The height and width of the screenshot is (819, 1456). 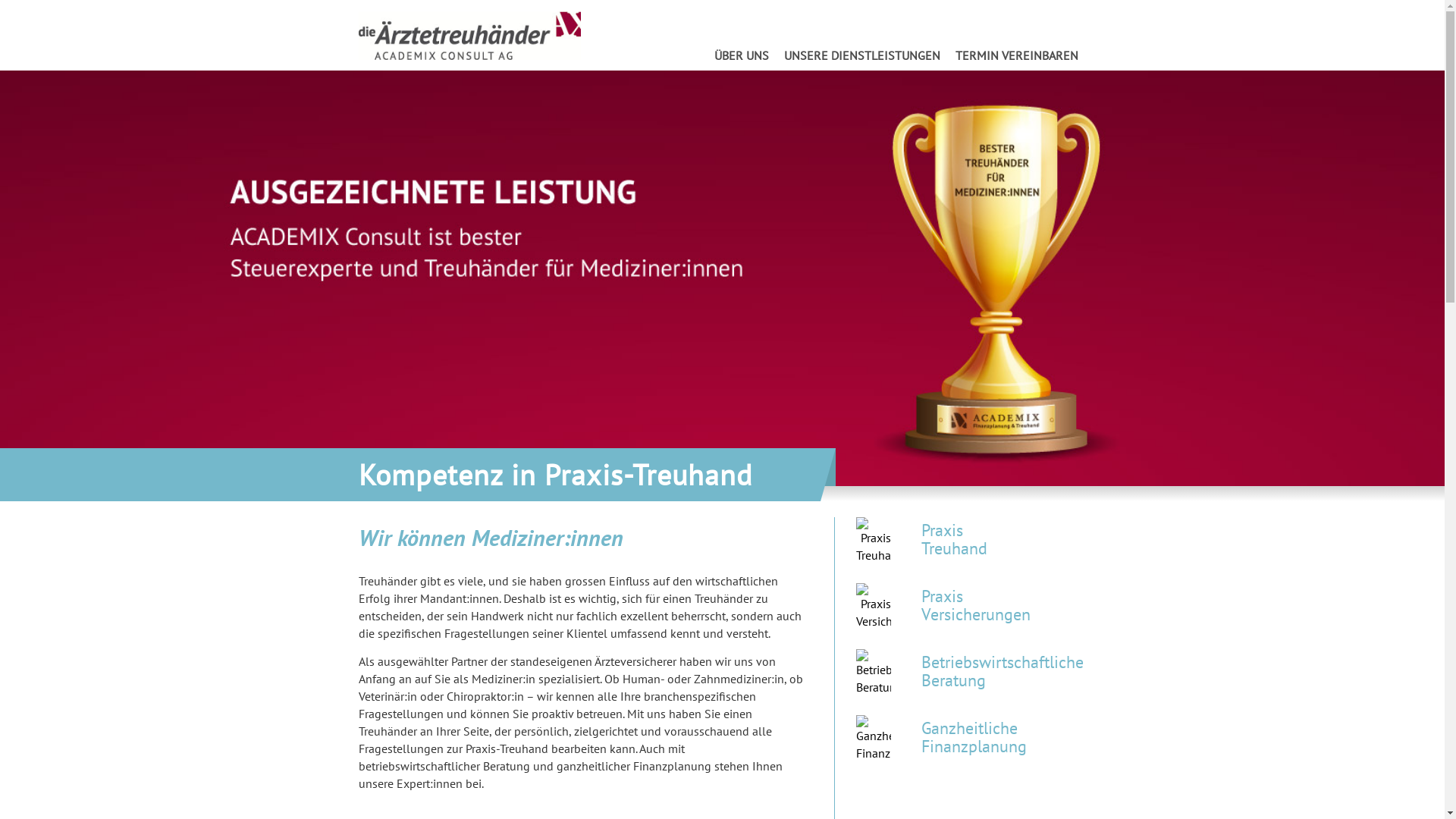 I want to click on 'UNSERE DIENSTLEISTUNGEN', so click(x=862, y=55).